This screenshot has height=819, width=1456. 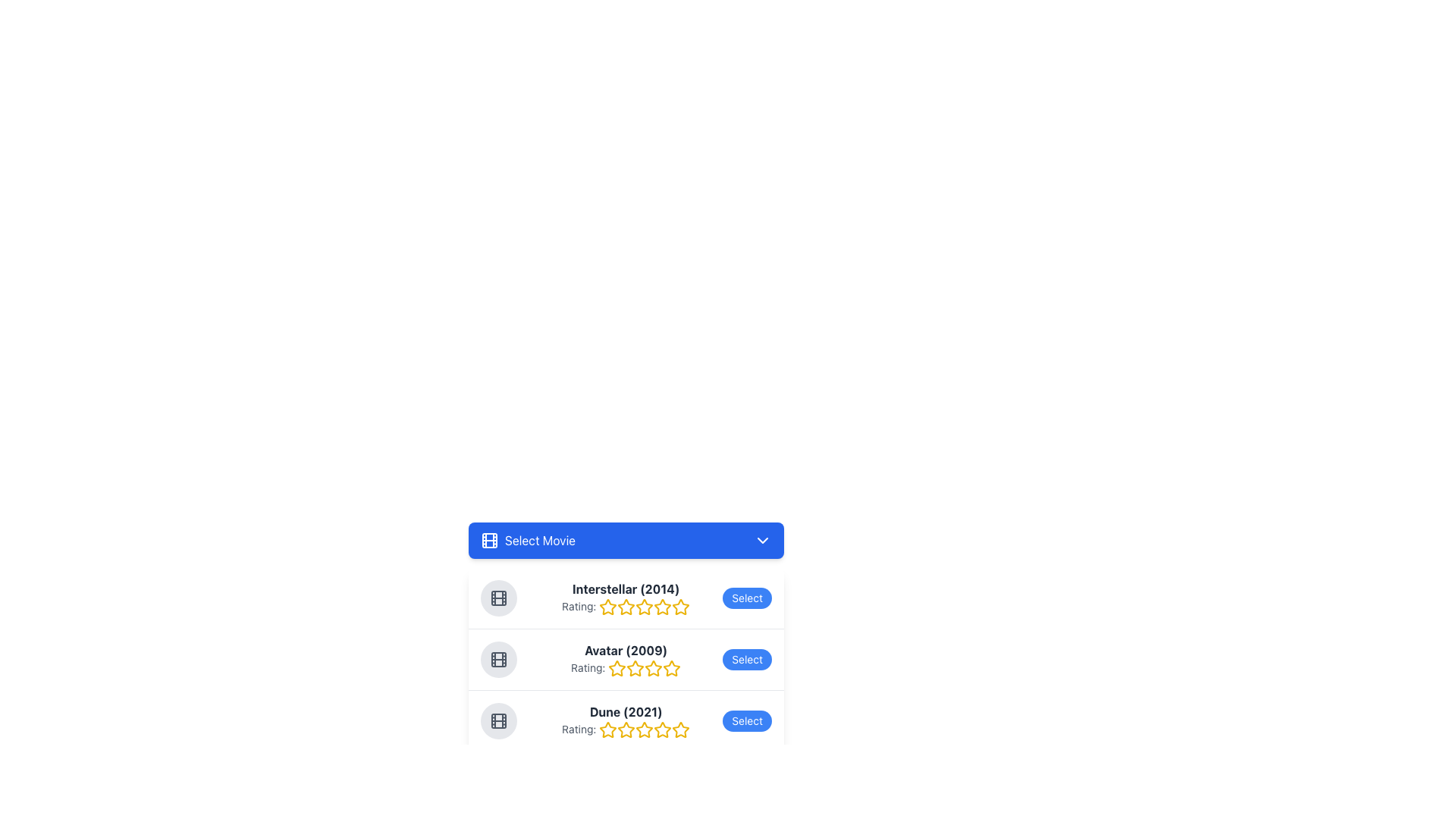 What do you see at coordinates (654, 667) in the screenshot?
I see `the second star-shaped Rating Star Icon filled with bright yellow color located in the ratings section below the movie title 'Avatar (2009)'` at bounding box center [654, 667].